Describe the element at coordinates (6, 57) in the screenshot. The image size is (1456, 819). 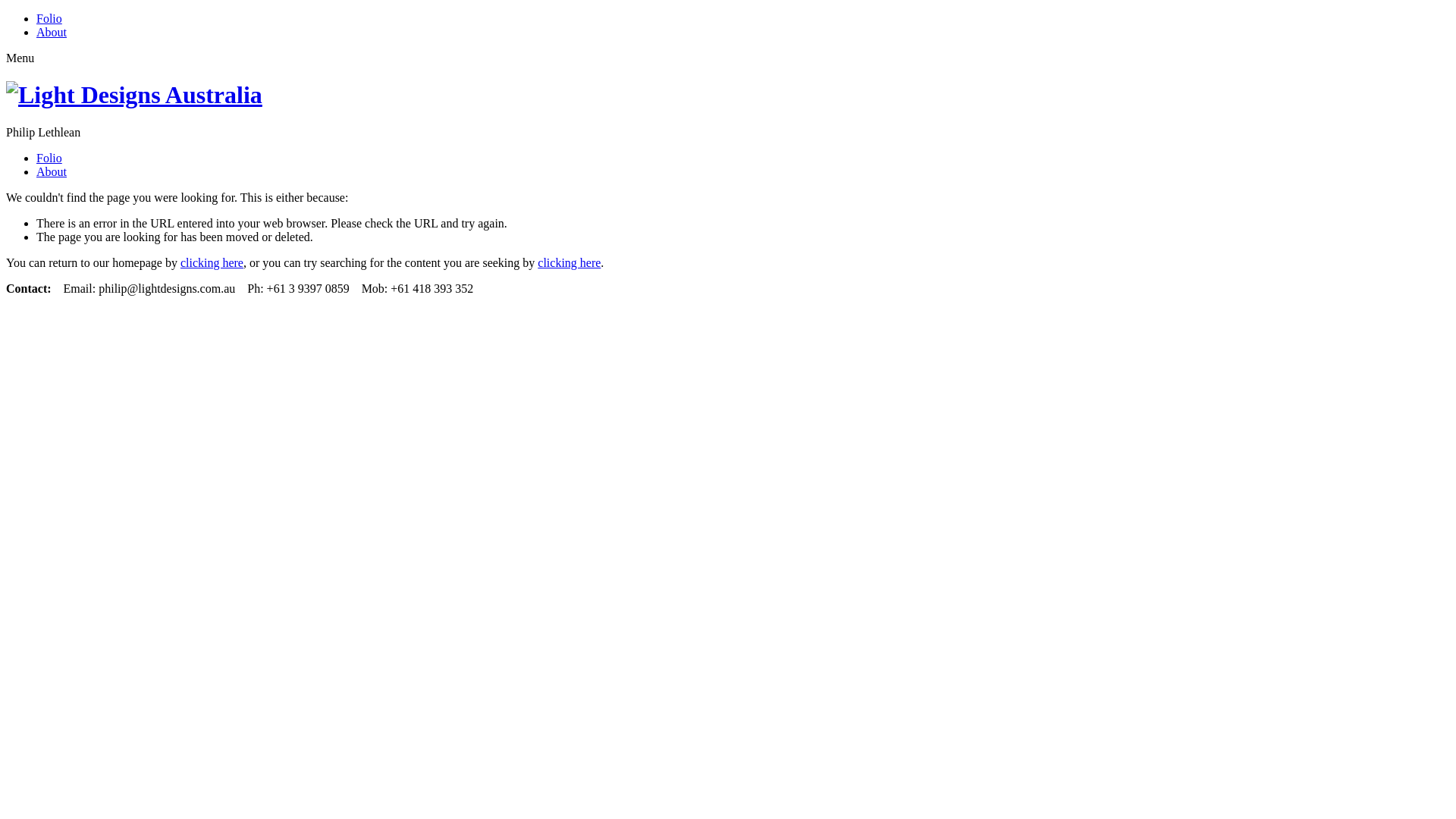
I see `'Menu'` at that location.